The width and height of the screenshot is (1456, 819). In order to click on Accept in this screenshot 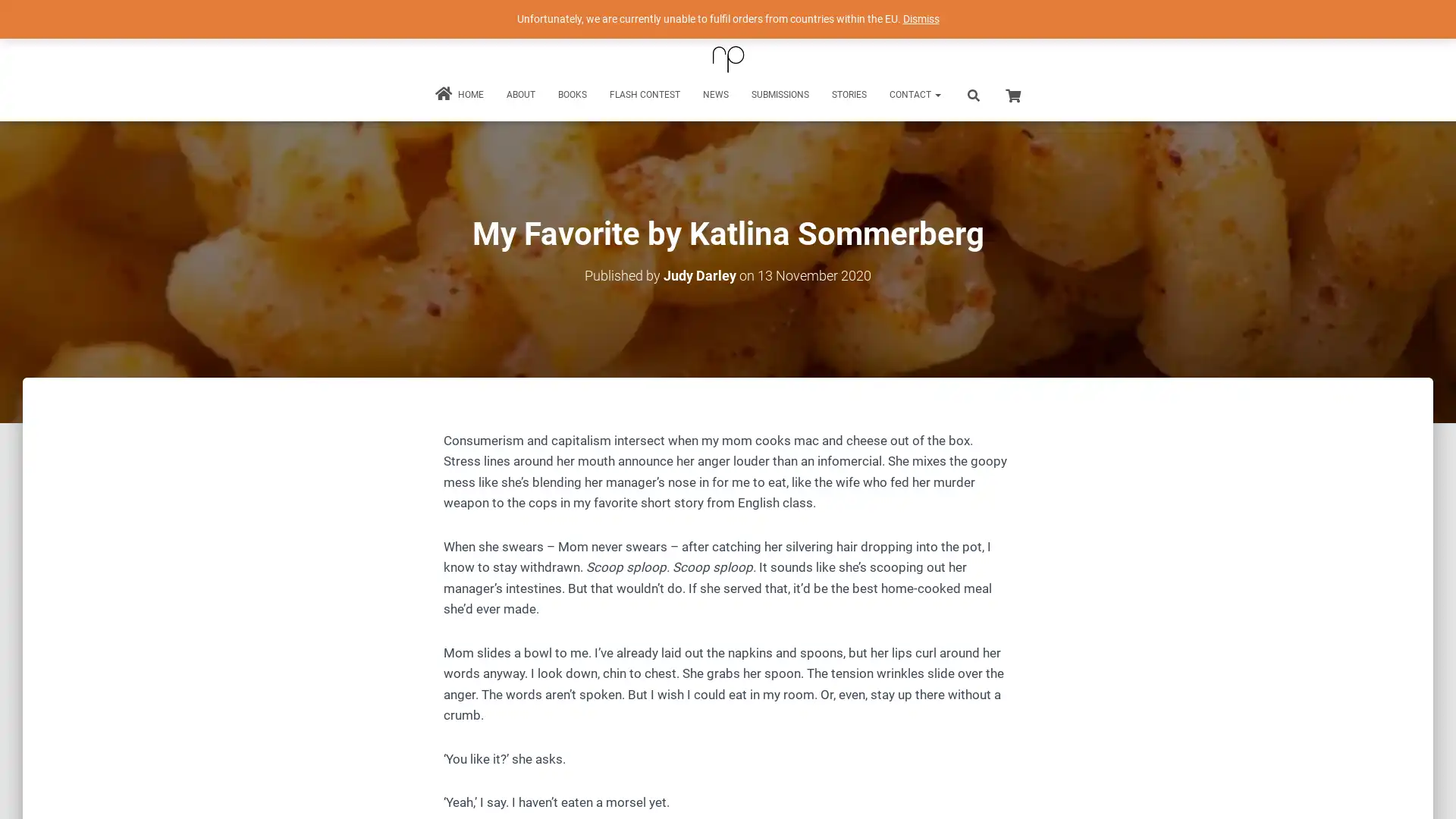, I will do `click(951, 795)`.